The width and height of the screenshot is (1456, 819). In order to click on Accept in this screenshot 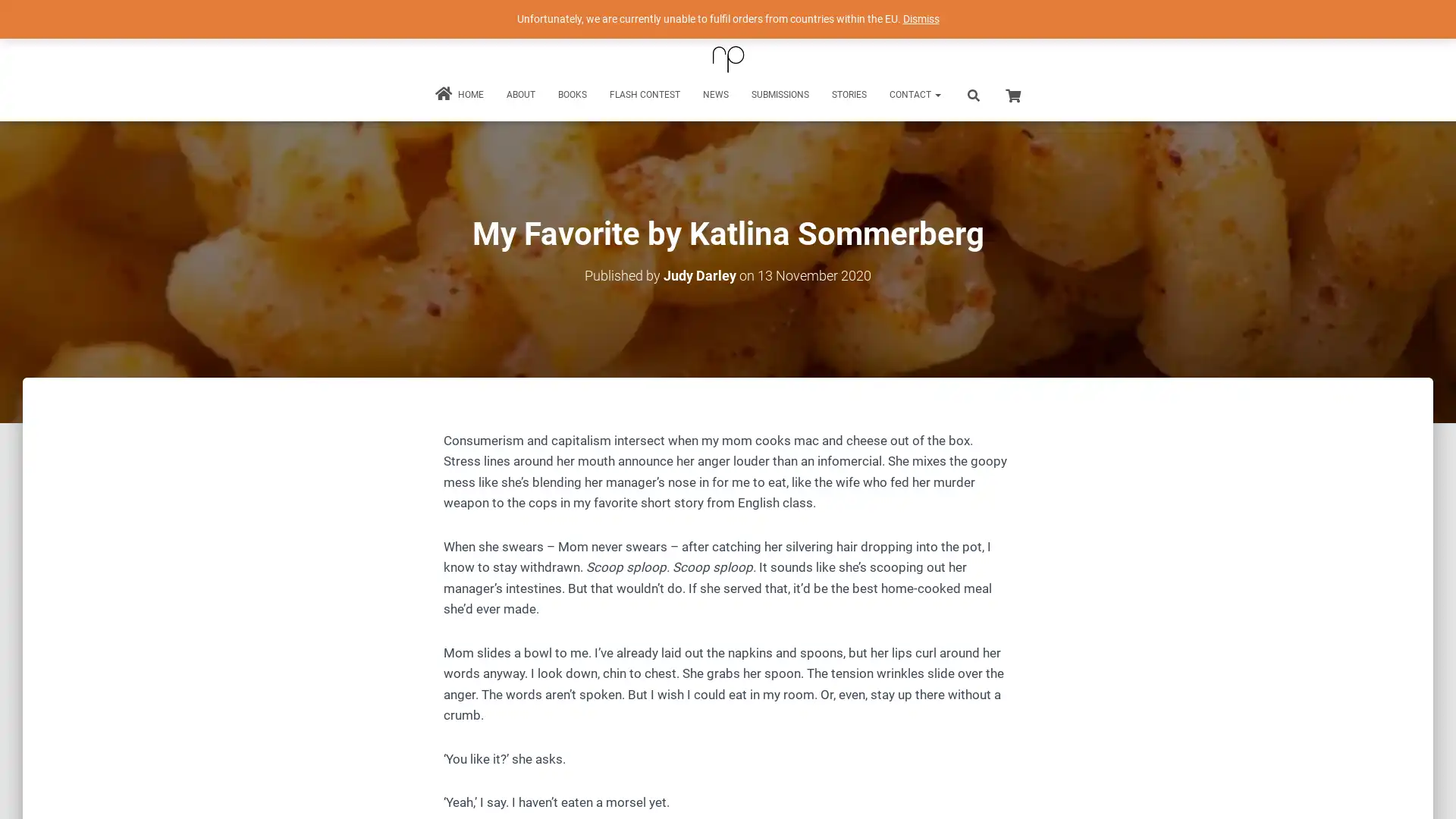, I will do `click(951, 795)`.